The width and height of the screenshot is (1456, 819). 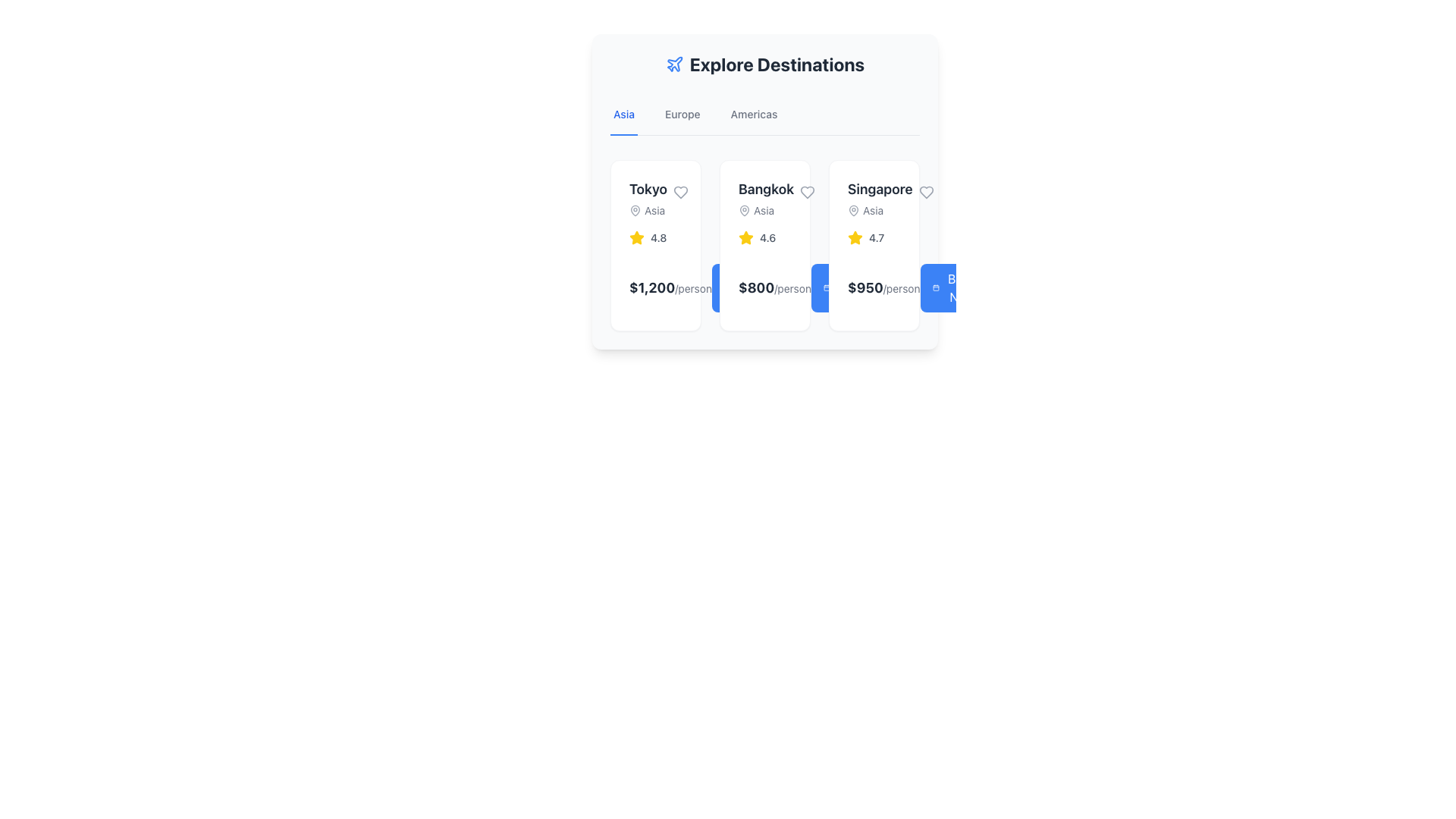 I want to click on the Rating Indicator that displays the rating of the destination 'Bangkok', which is located within the 'Bangkok' card, positioned below the location details and above the pricing information, so click(x=764, y=237).